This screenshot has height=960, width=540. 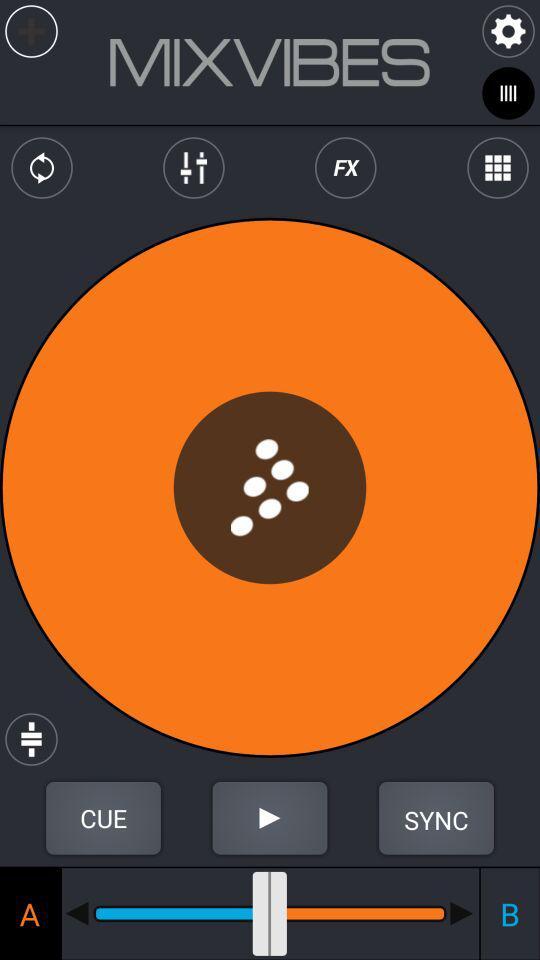 What do you see at coordinates (344, 167) in the screenshot?
I see `effects` at bounding box center [344, 167].